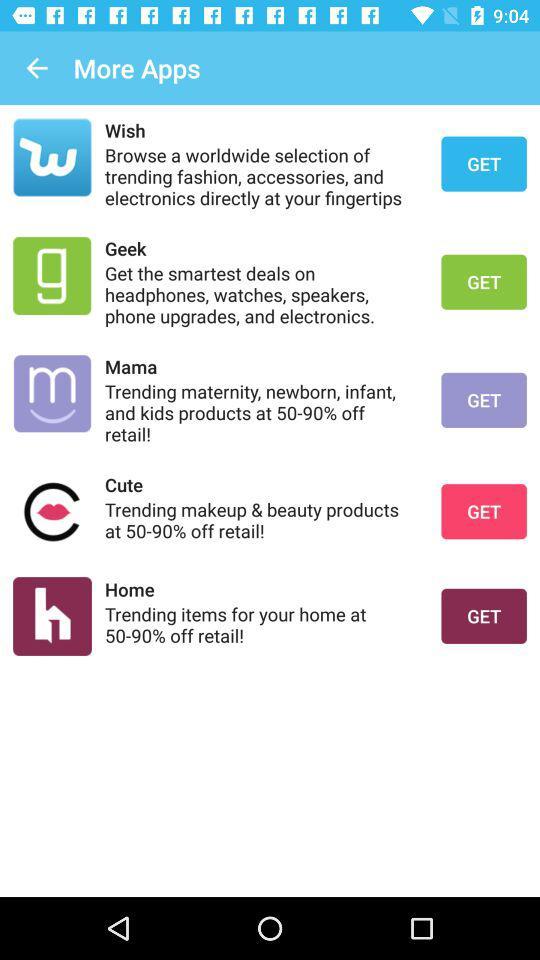  What do you see at coordinates (36, 68) in the screenshot?
I see `the item next to more apps` at bounding box center [36, 68].